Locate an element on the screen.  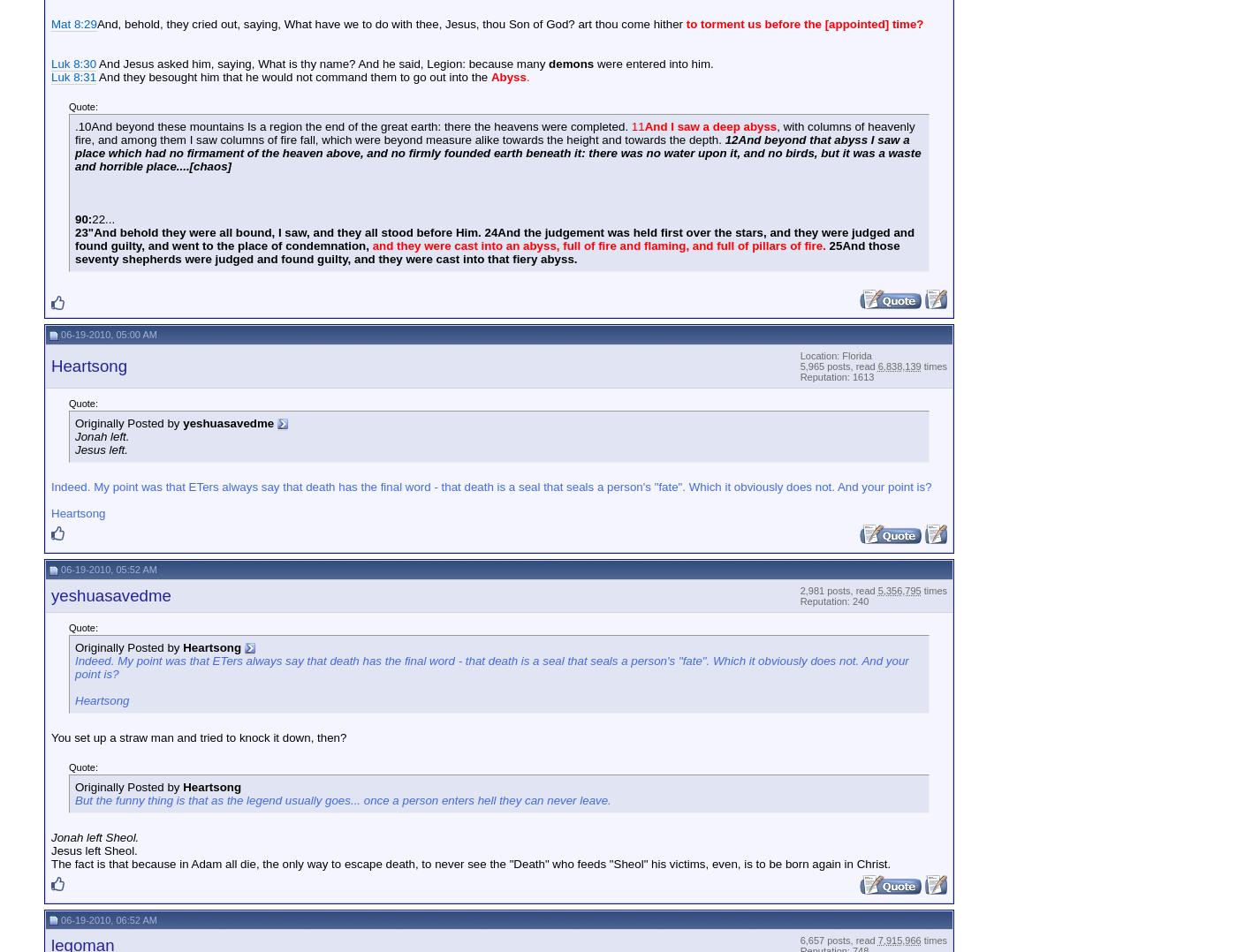
'Reputation: 1613' is located at coordinates (836, 376).